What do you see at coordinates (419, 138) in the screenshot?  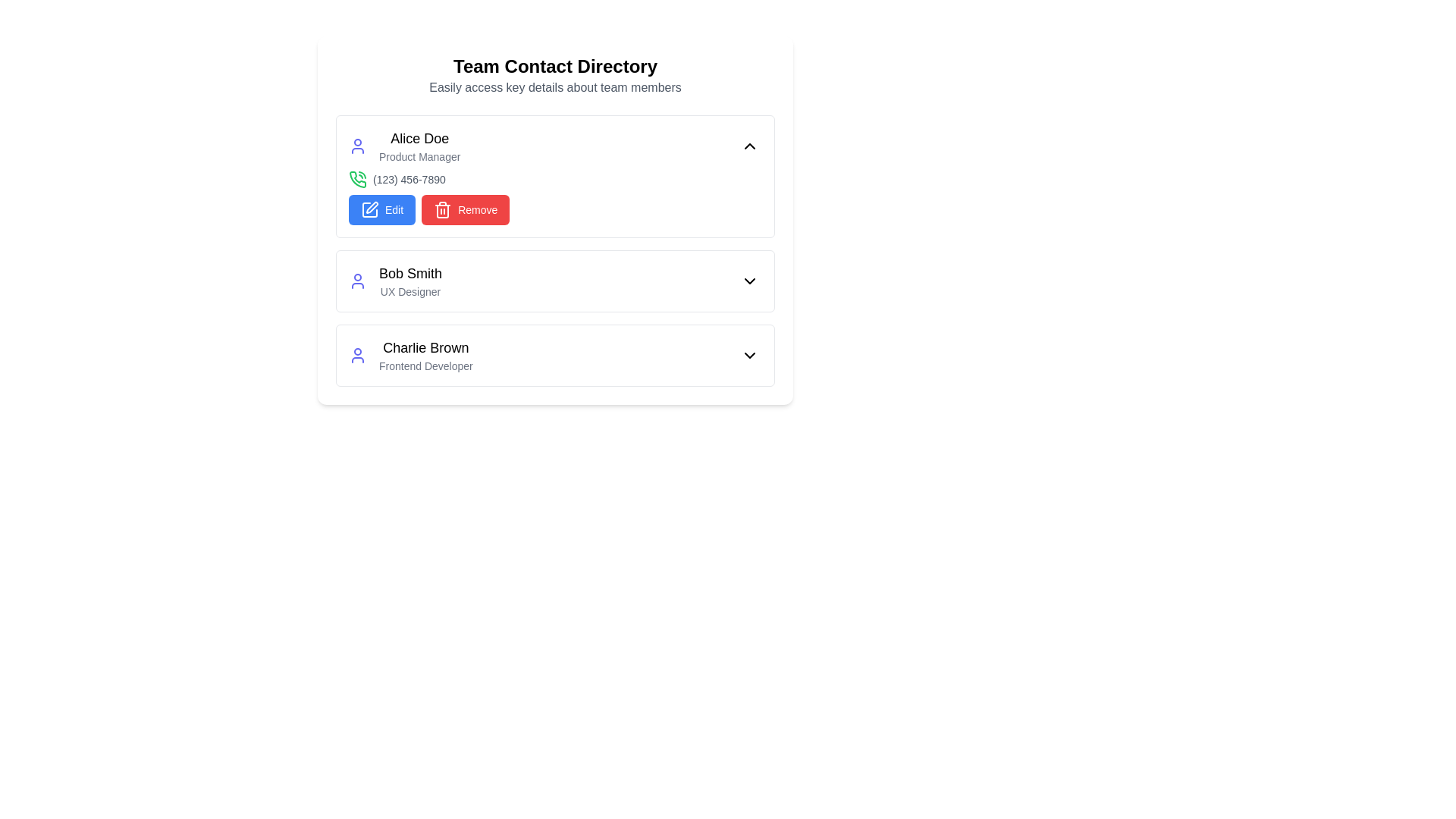 I see `text label 'Alice Doe' which represents the name of the first team member in the contact directory` at bounding box center [419, 138].